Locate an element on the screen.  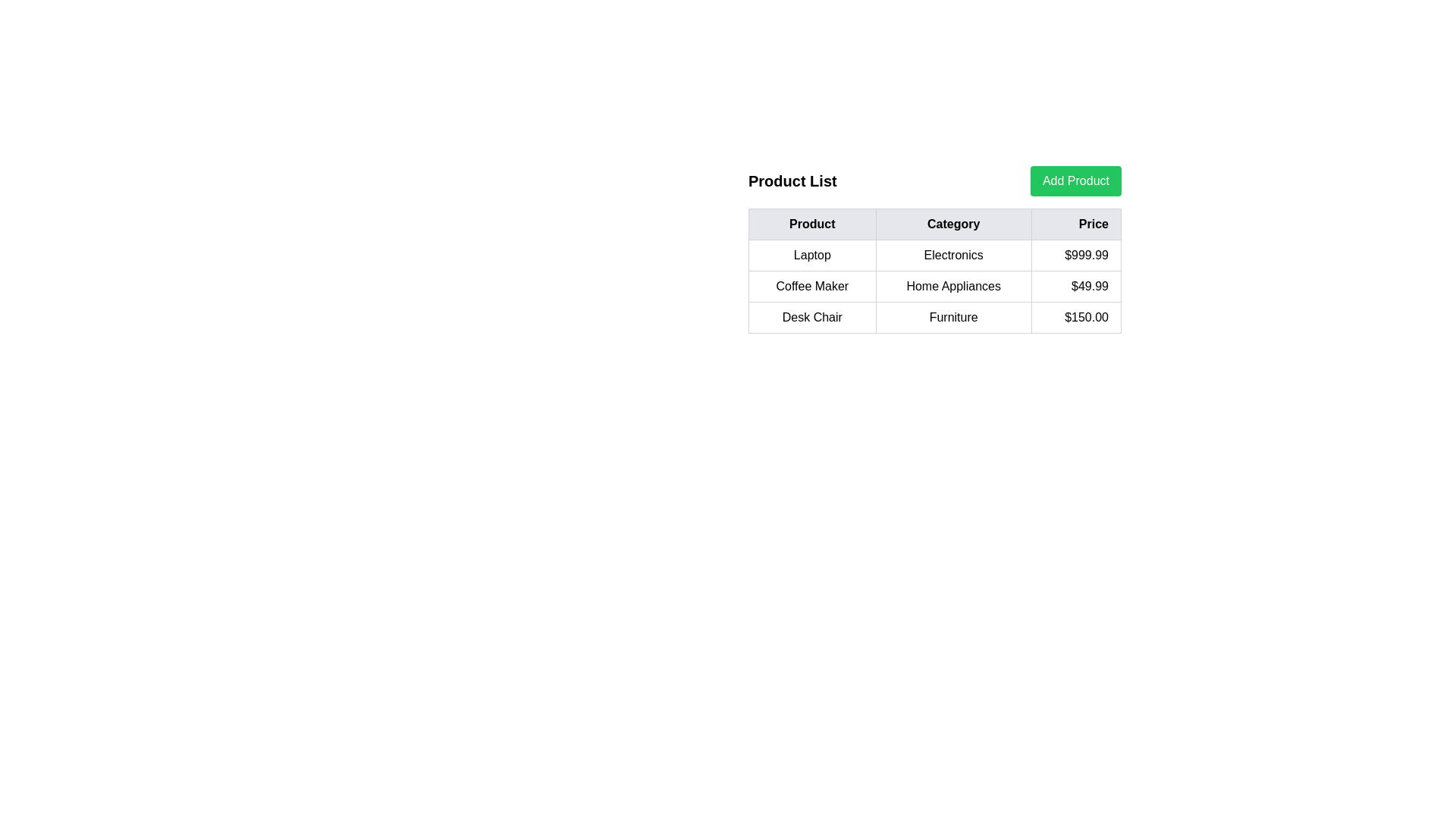
the 'Electronics' label in the second column of the data table, which identifies the product category for 'Laptop' is located at coordinates (952, 254).